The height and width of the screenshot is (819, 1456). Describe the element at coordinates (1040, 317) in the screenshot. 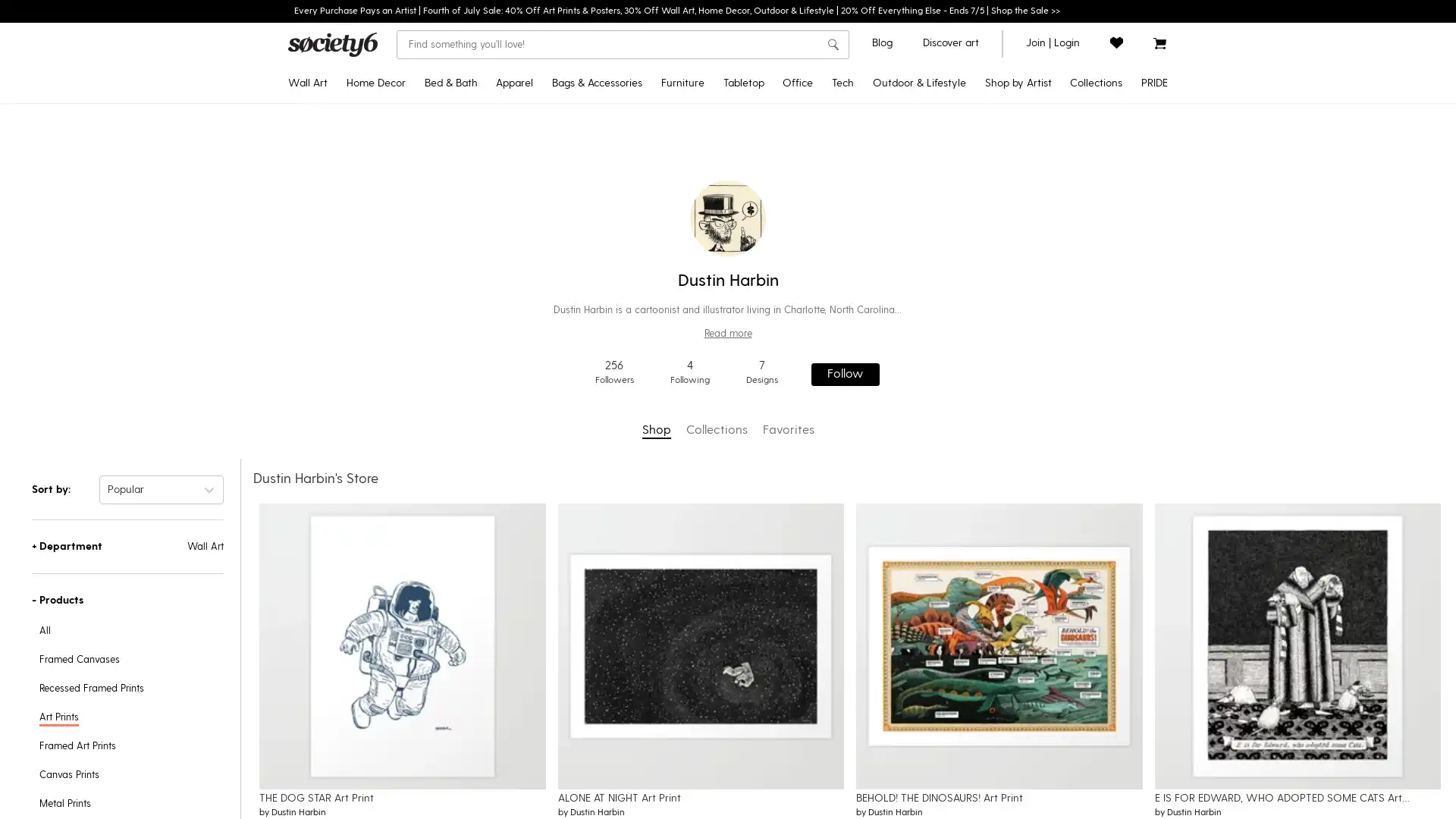

I see `Portraiture` at that location.